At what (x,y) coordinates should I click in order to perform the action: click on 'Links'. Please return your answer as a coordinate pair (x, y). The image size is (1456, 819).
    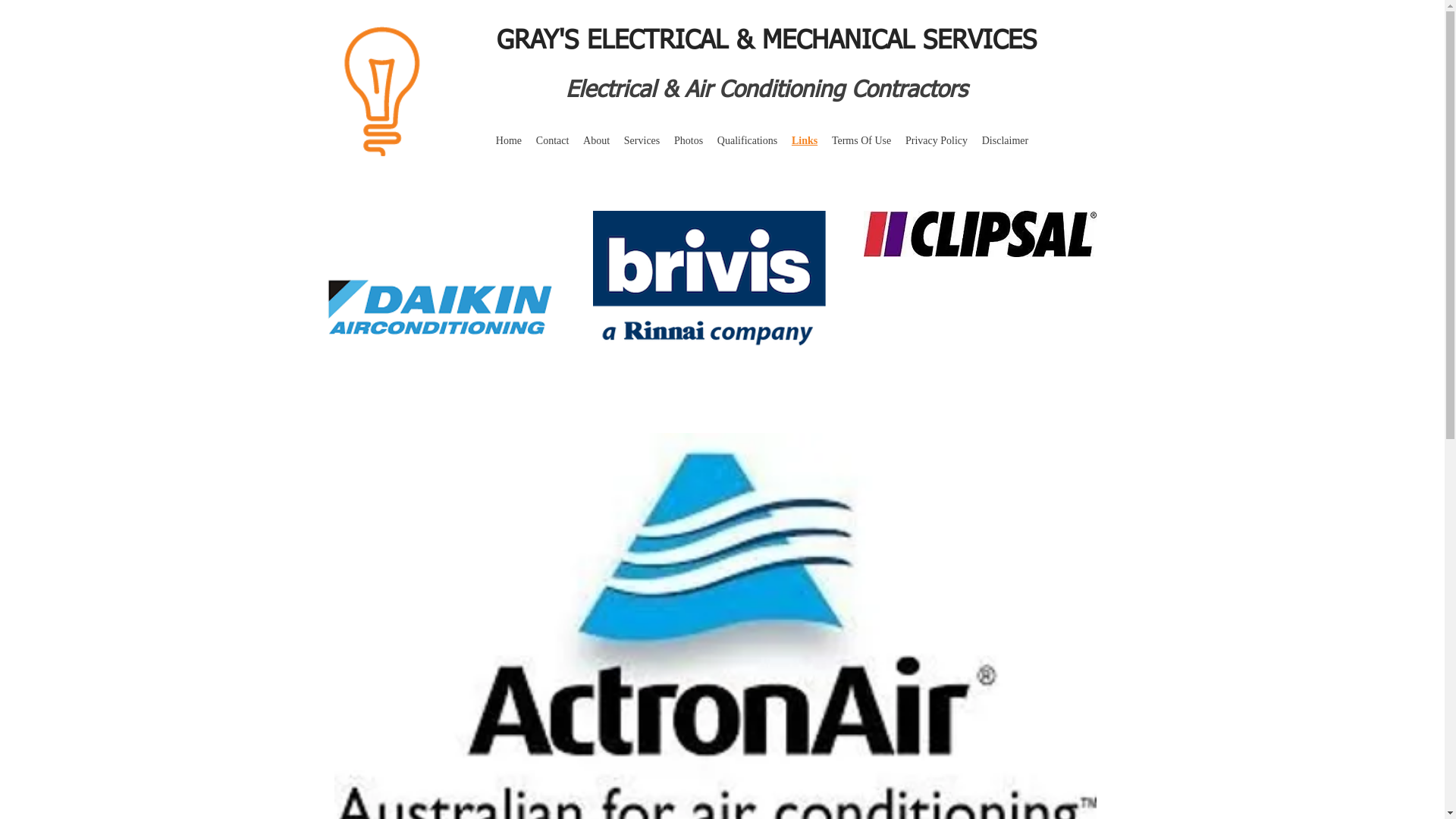
    Looking at the image, I should click on (804, 140).